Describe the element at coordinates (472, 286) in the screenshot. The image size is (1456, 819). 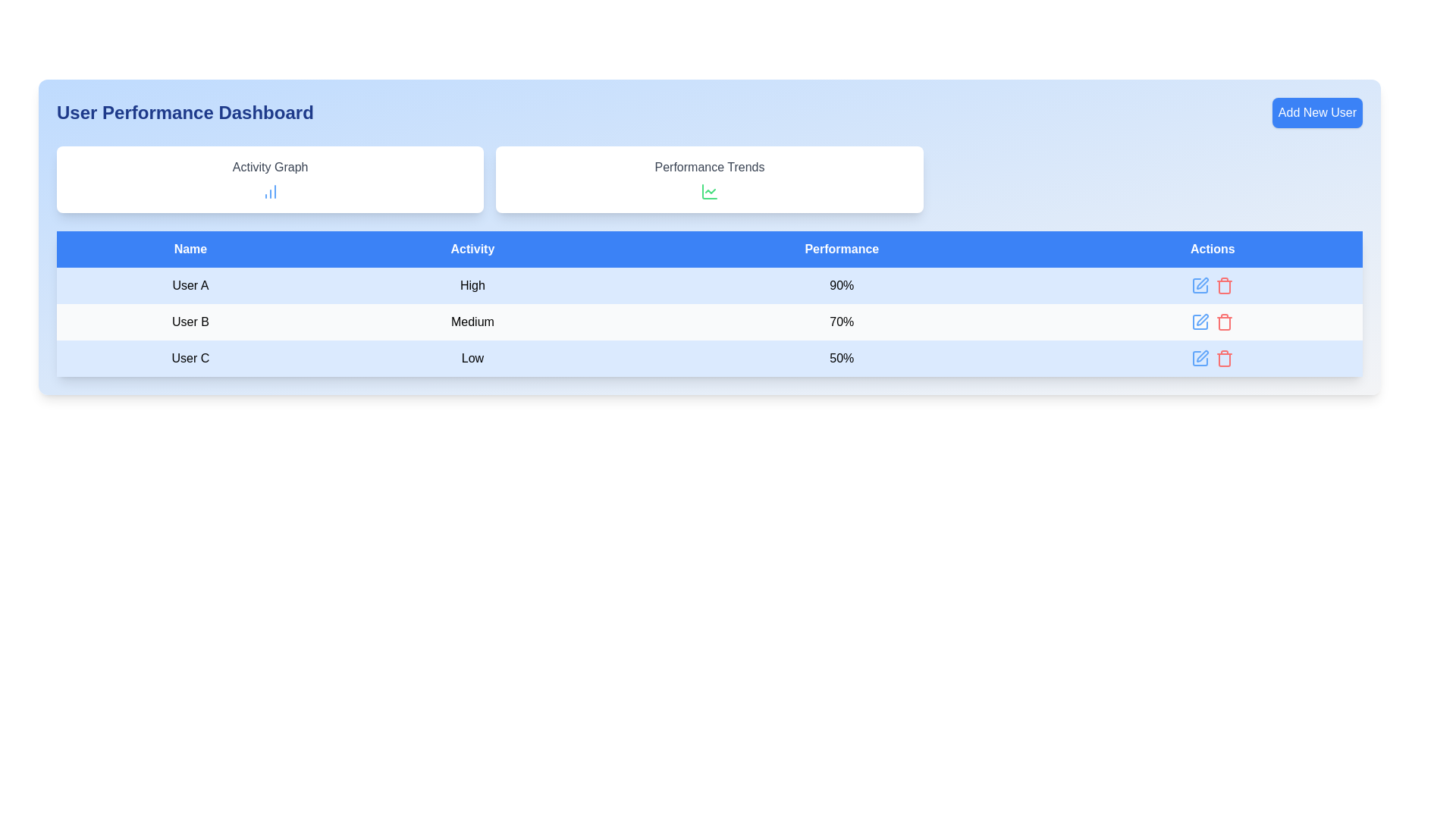
I see `the text label 'High' in the second column of the first row of the table, which is part of the structured data for 'User A'` at that location.